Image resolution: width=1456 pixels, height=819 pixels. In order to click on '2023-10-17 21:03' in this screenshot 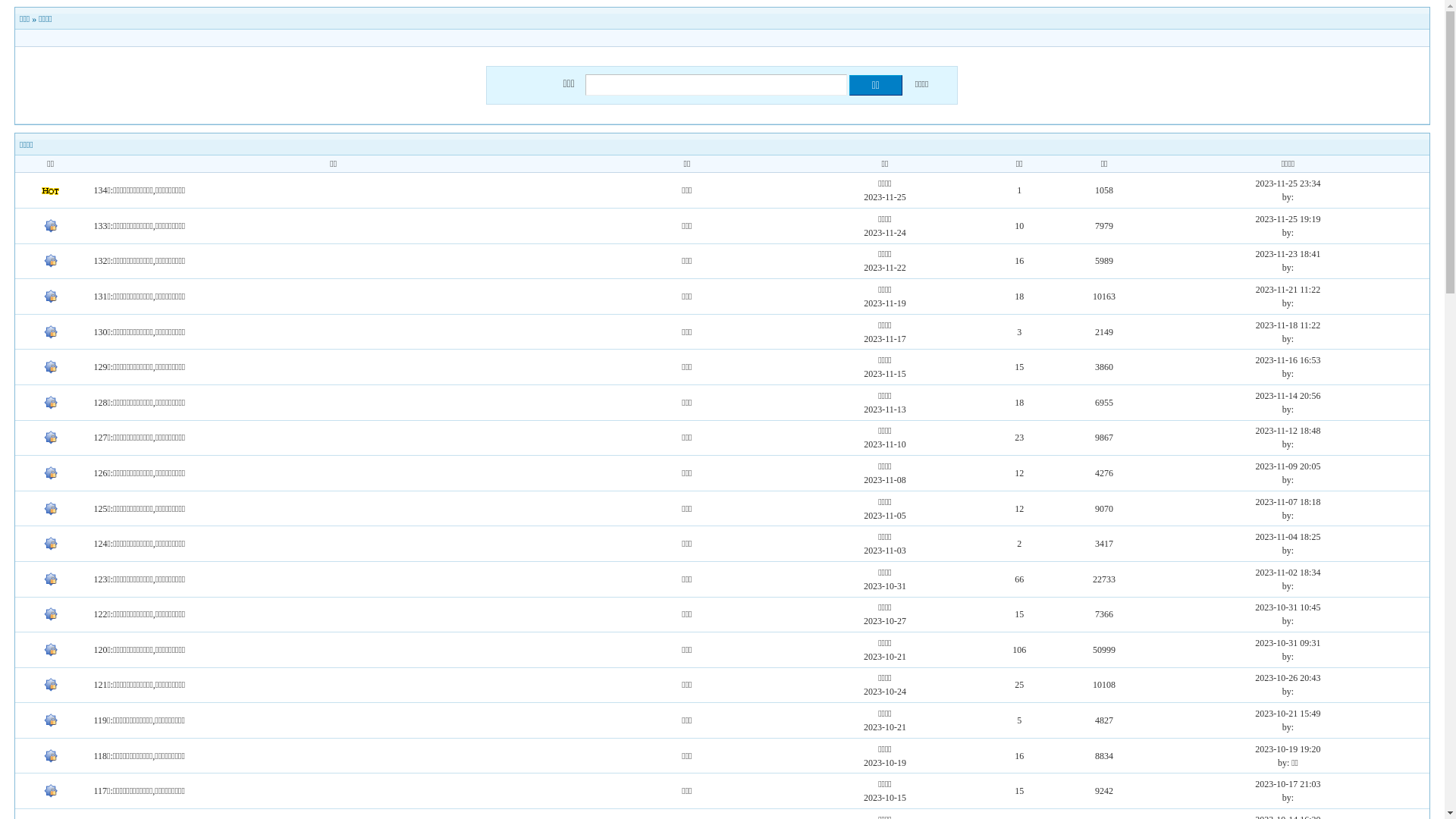, I will do `click(1287, 783)`.